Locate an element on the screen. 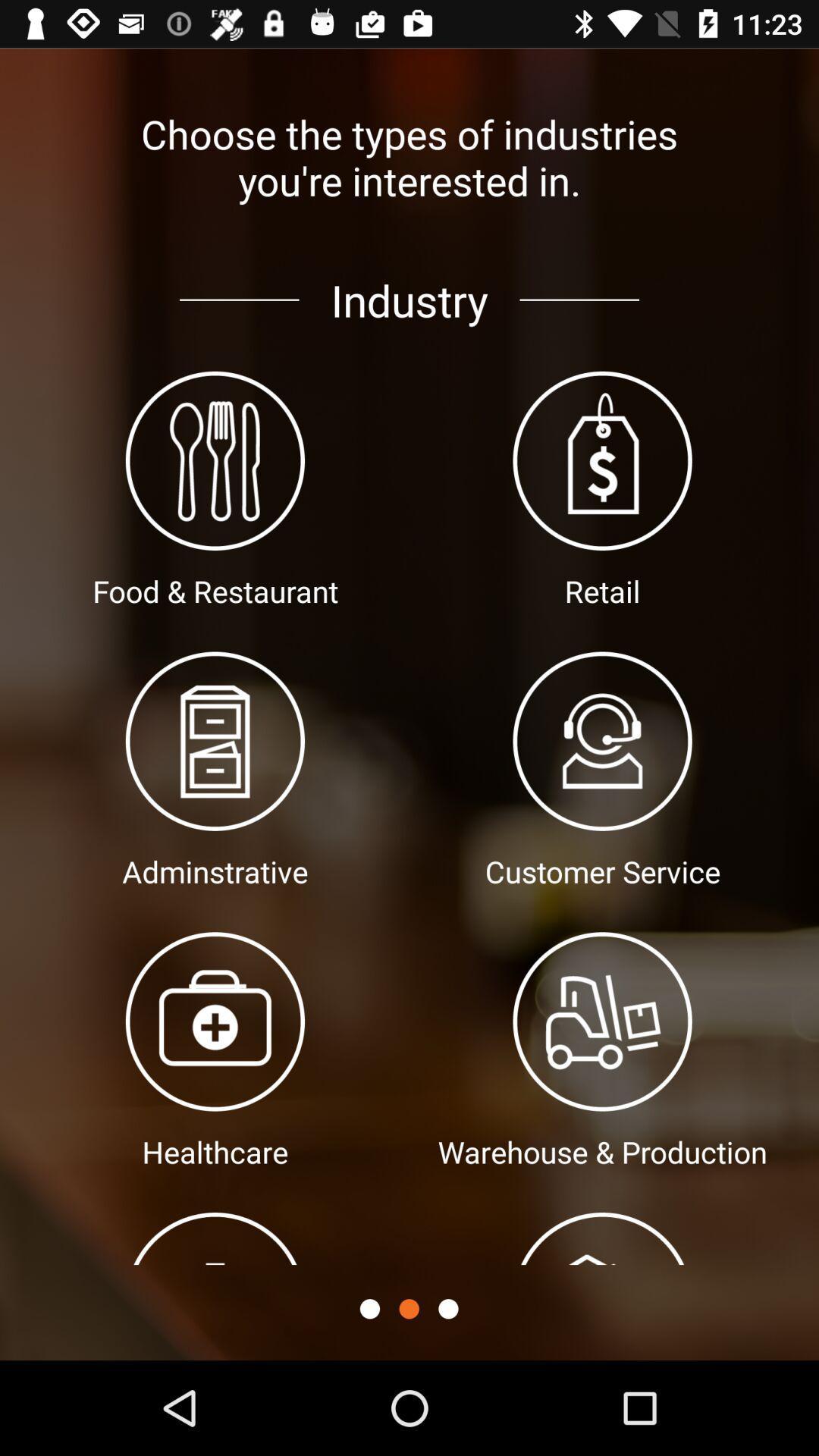 Image resolution: width=819 pixels, height=1456 pixels. first page is located at coordinates (369, 1308).